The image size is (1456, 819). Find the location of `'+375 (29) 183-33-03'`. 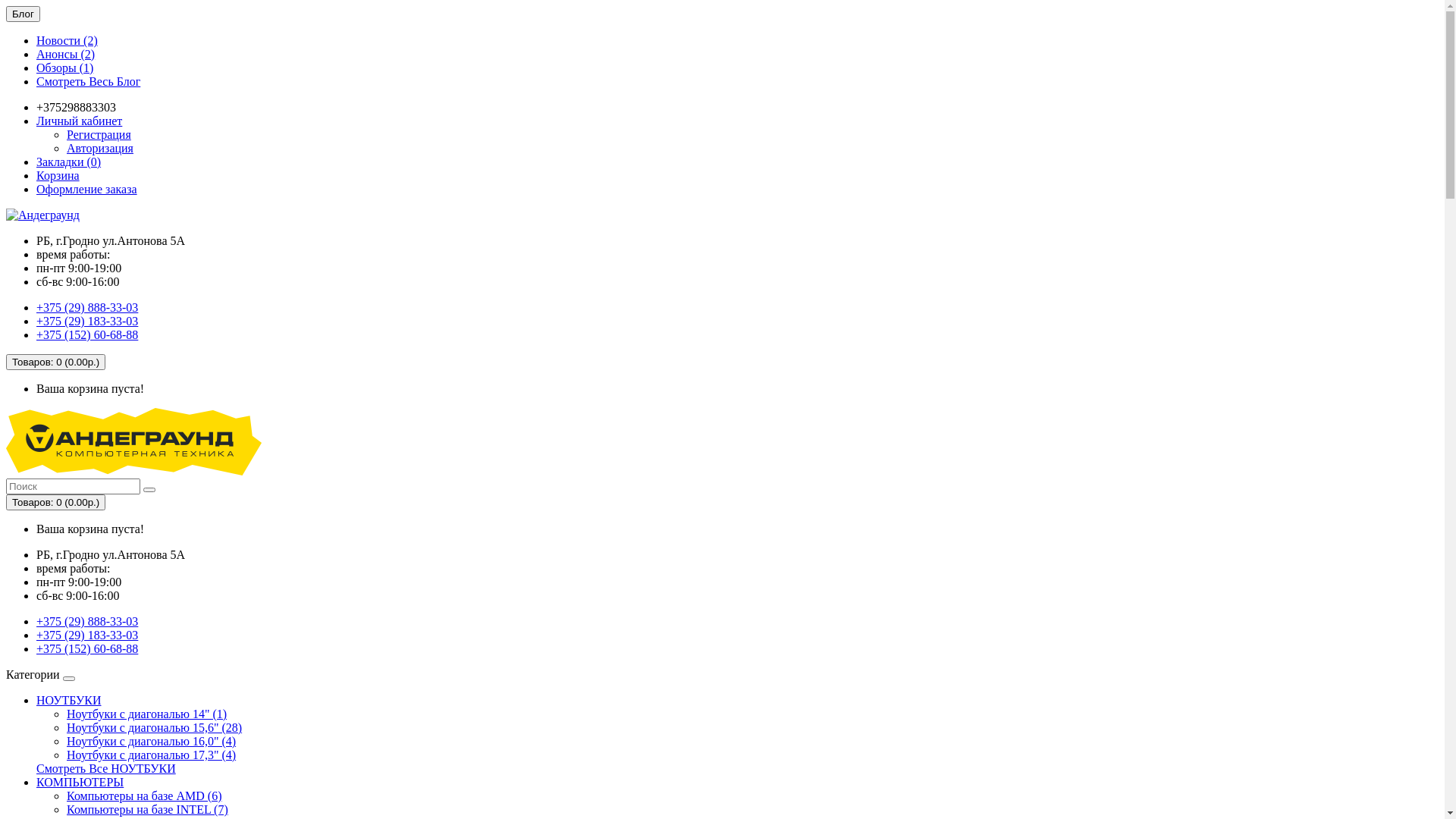

'+375 (29) 183-33-03' is located at coordinates (86, 320).